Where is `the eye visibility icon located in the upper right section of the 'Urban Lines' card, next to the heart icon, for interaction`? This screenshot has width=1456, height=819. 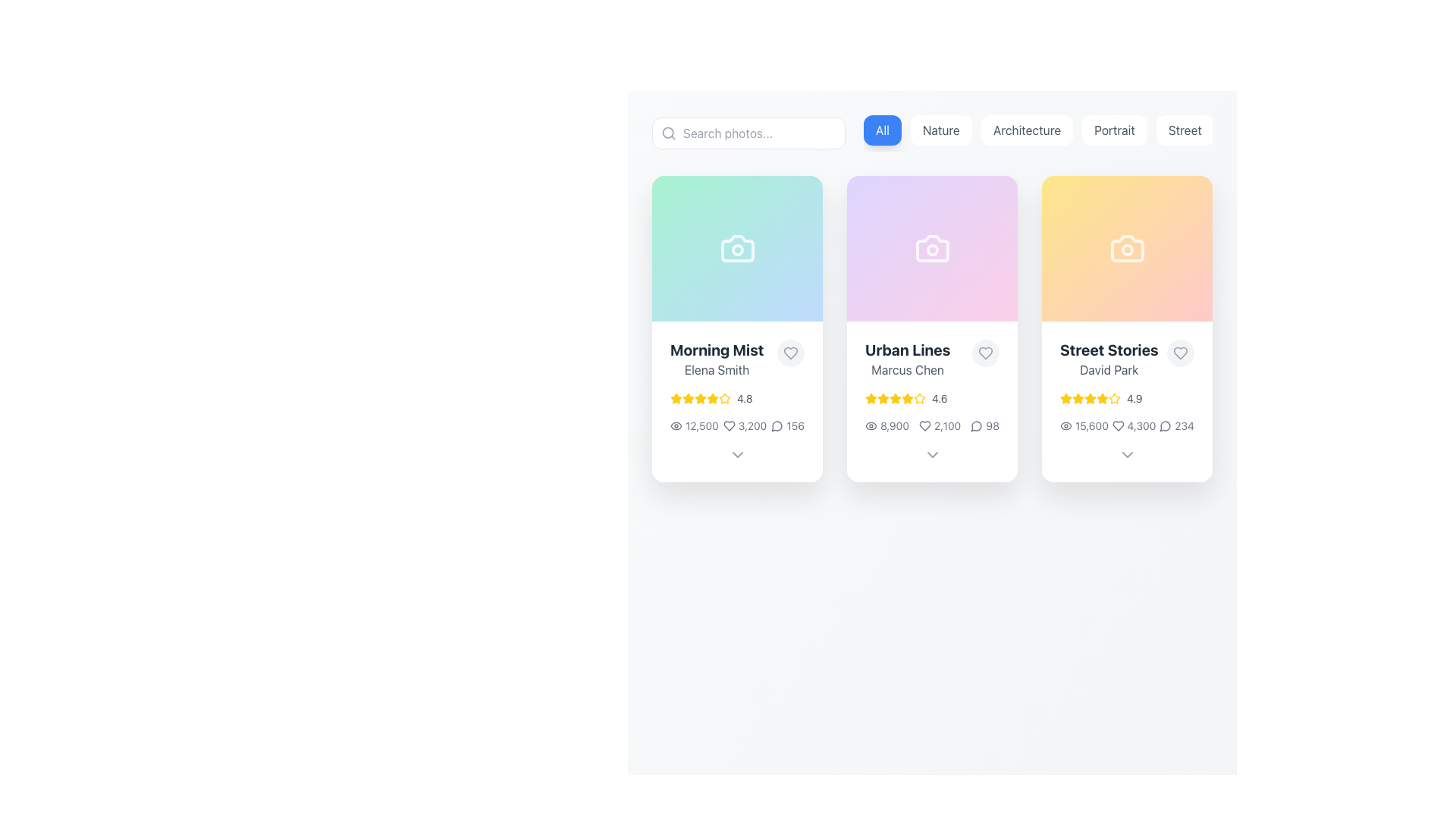
the eye visibility icon located in the upper right section of the 'Urban Lines' card, next to the heart icon, for interaction is located at coordinates (871, 426).